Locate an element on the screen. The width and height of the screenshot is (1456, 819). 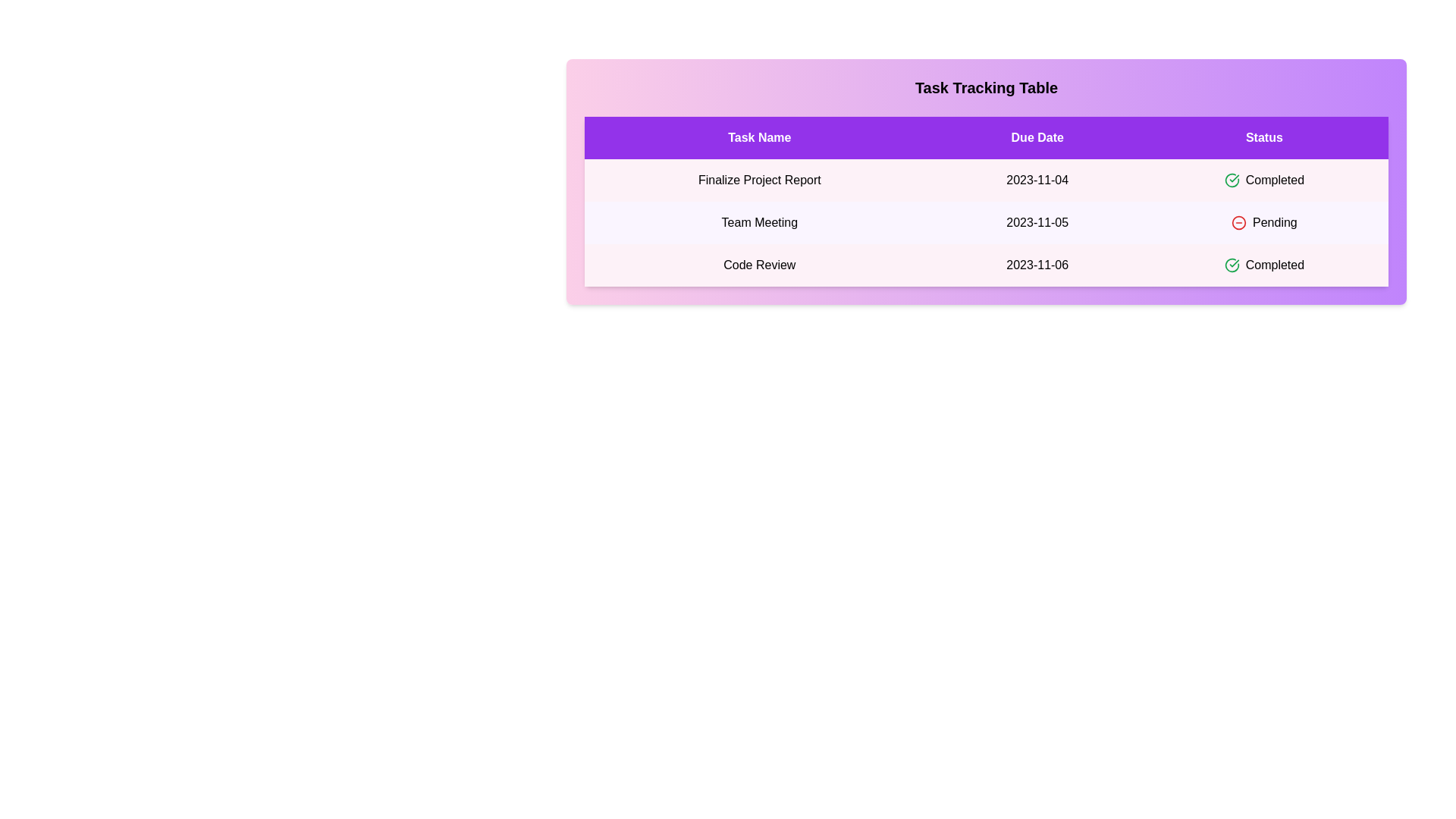
the text 'Pending' in the table cell is located at coordinates (1264, 222).